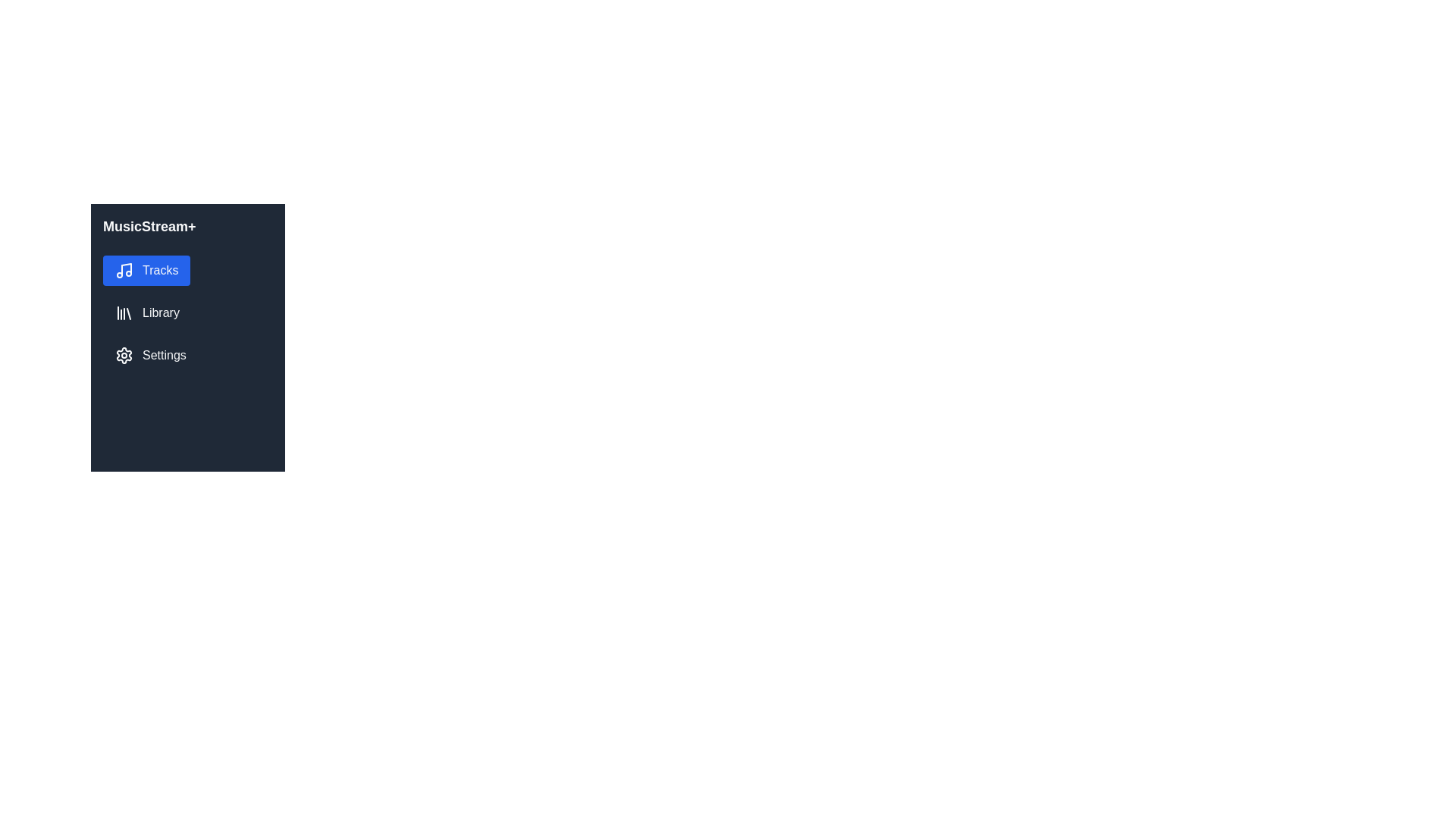  What do you see at coordinates (164, 356) in the screenshot?
I see `the label or navigation link located in the bottom section of the sidebar, directly to the right of the cogwheel icon` at bounding box center [164, 356].